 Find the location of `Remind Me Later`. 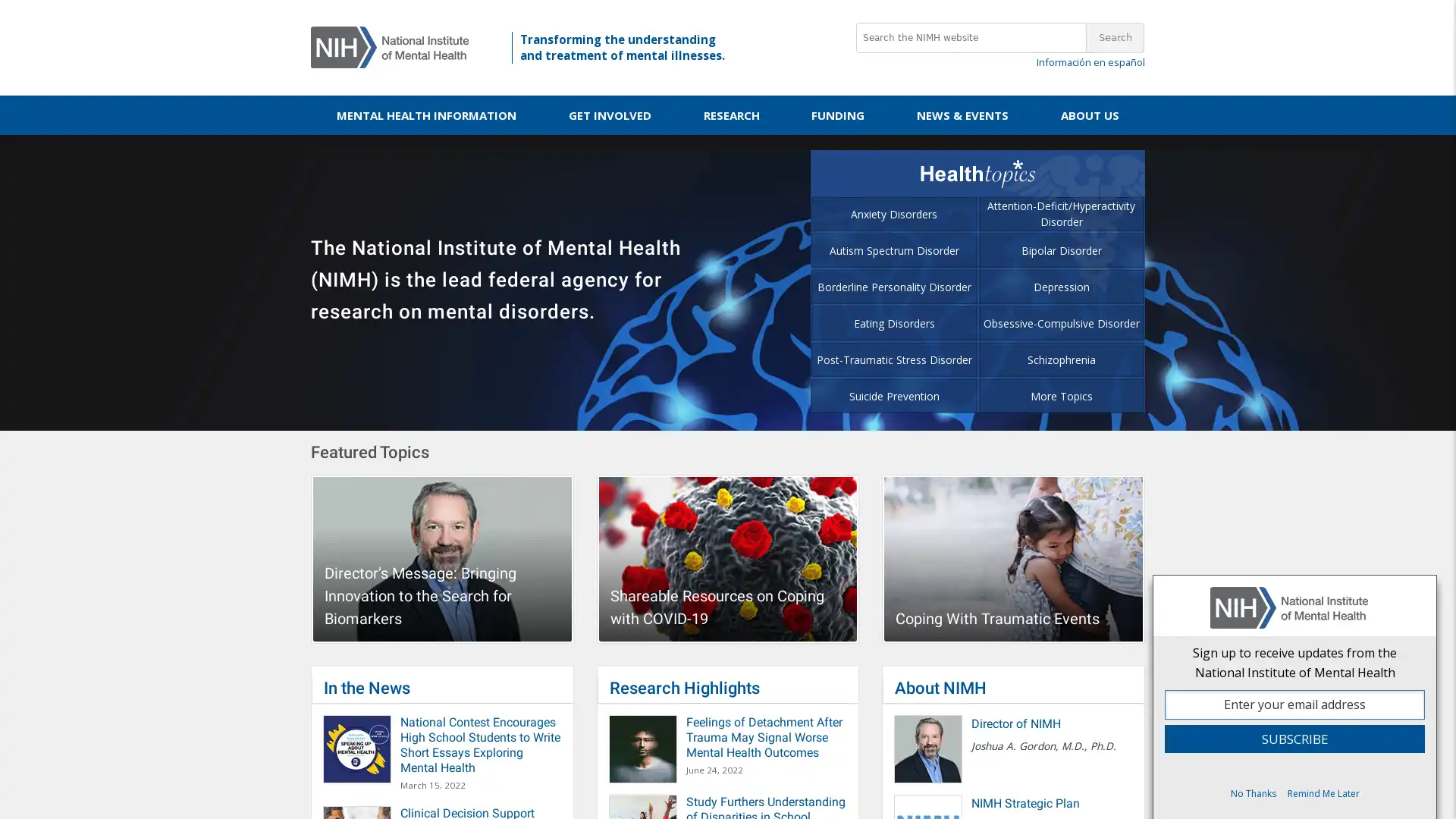

Remind Me Later is located at coordinates (1322, 792).